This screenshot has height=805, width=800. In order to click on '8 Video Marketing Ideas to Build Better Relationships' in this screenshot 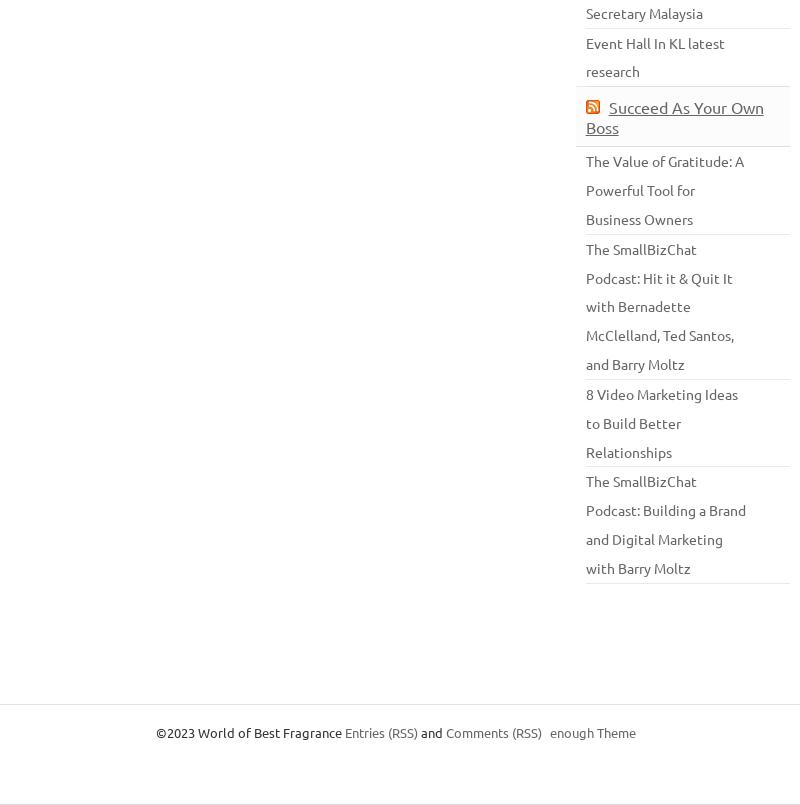, I will do `click(585, 420)`.